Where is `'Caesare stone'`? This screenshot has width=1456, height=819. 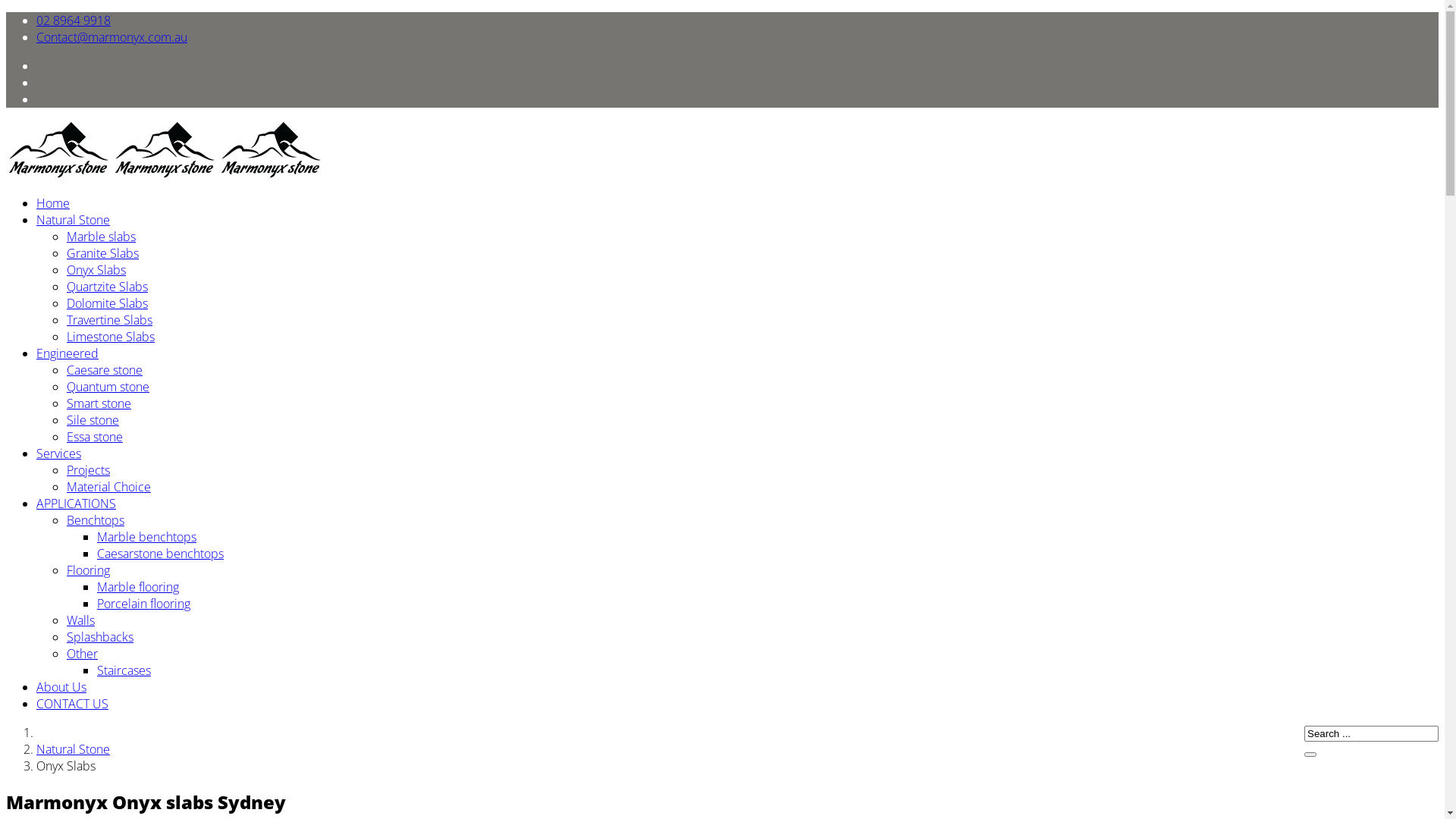
'Caesare stone' is located at coordinates (104, 370).